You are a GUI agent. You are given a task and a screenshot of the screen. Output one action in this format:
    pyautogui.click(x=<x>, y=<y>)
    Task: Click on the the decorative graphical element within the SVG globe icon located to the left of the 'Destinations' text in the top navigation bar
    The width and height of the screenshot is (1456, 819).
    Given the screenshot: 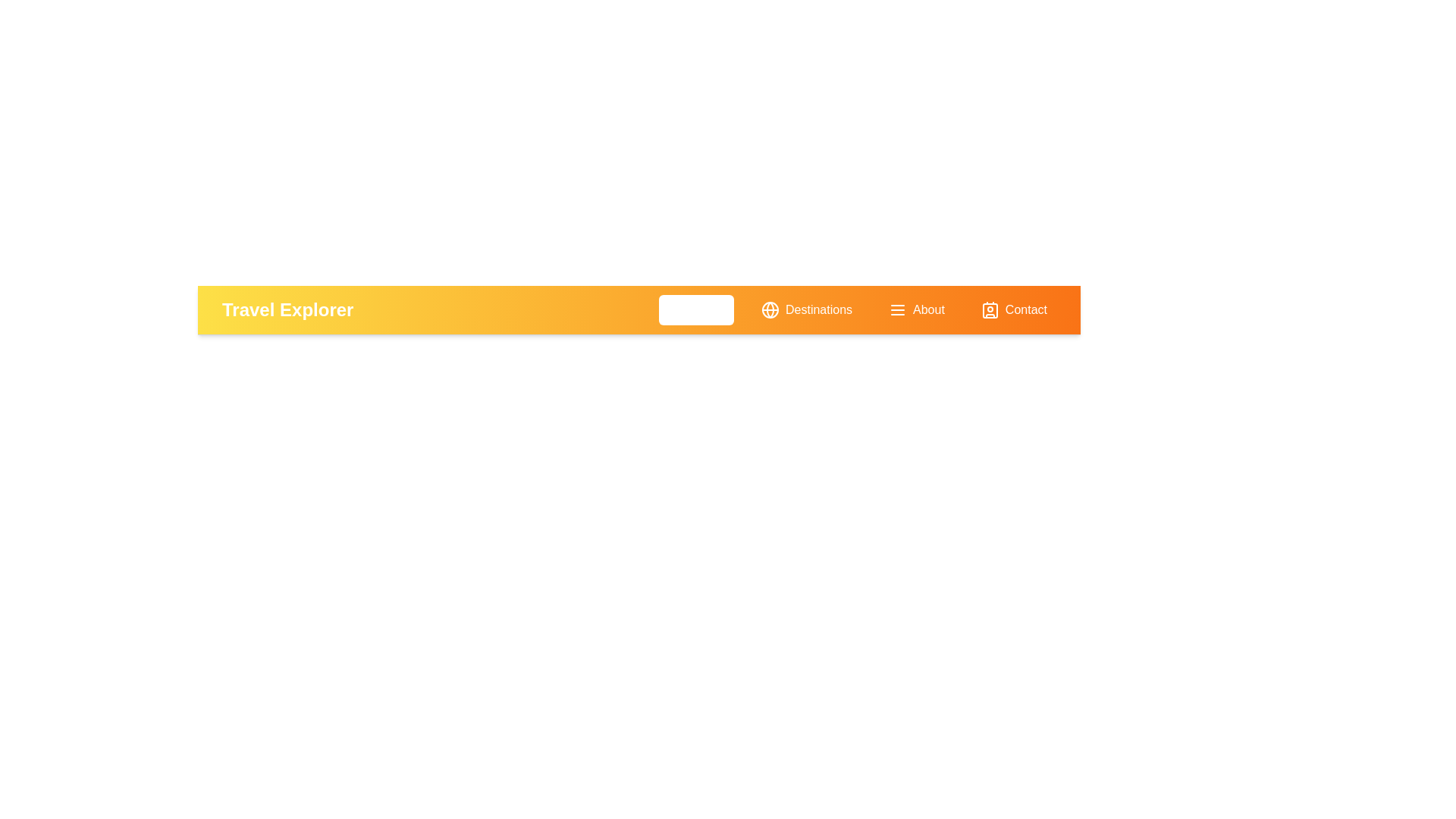 What is the action you would take?
    pyautogui.click(x=770, y=309)
    